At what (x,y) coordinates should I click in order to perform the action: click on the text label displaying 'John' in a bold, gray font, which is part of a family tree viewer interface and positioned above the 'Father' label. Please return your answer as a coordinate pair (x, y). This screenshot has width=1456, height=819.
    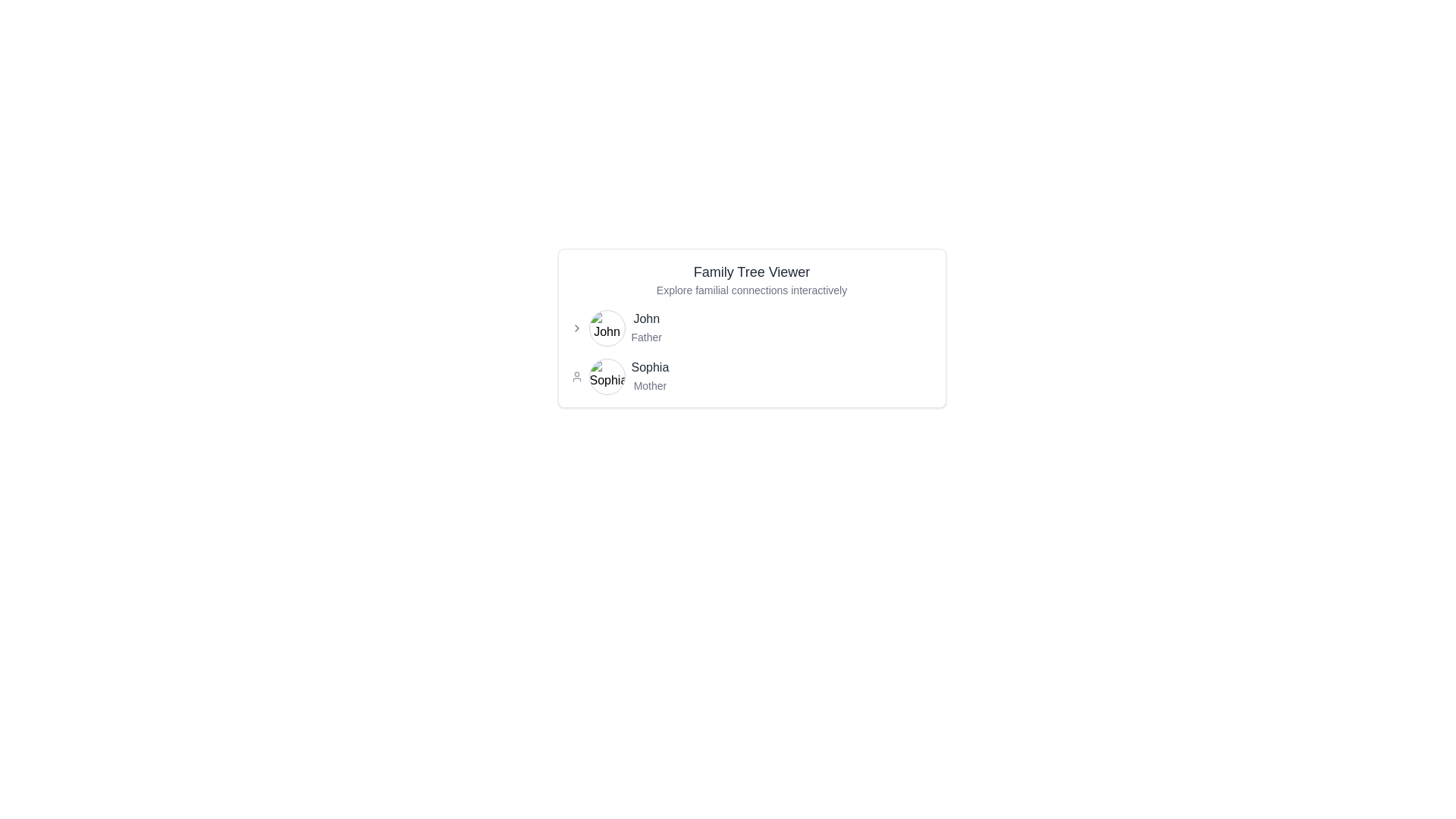
    Looking at the image, I should click on (646, 318).